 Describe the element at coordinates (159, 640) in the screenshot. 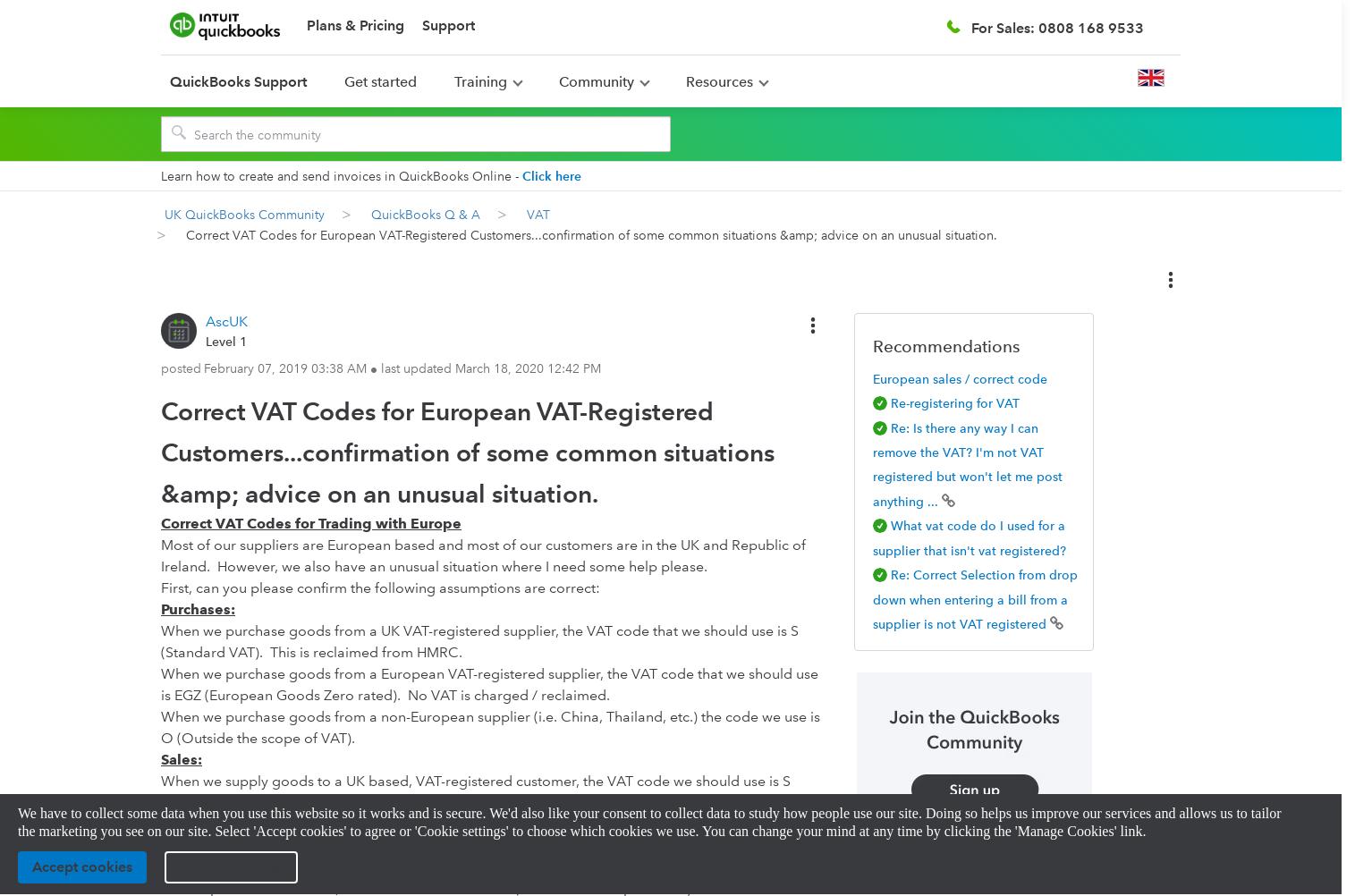

I see `'When we purchase goods from a UK VAT-registered supplier, the VAT code that we should use is S (Standard VAT).  This is reclaimed from HMRC.'` at that location.